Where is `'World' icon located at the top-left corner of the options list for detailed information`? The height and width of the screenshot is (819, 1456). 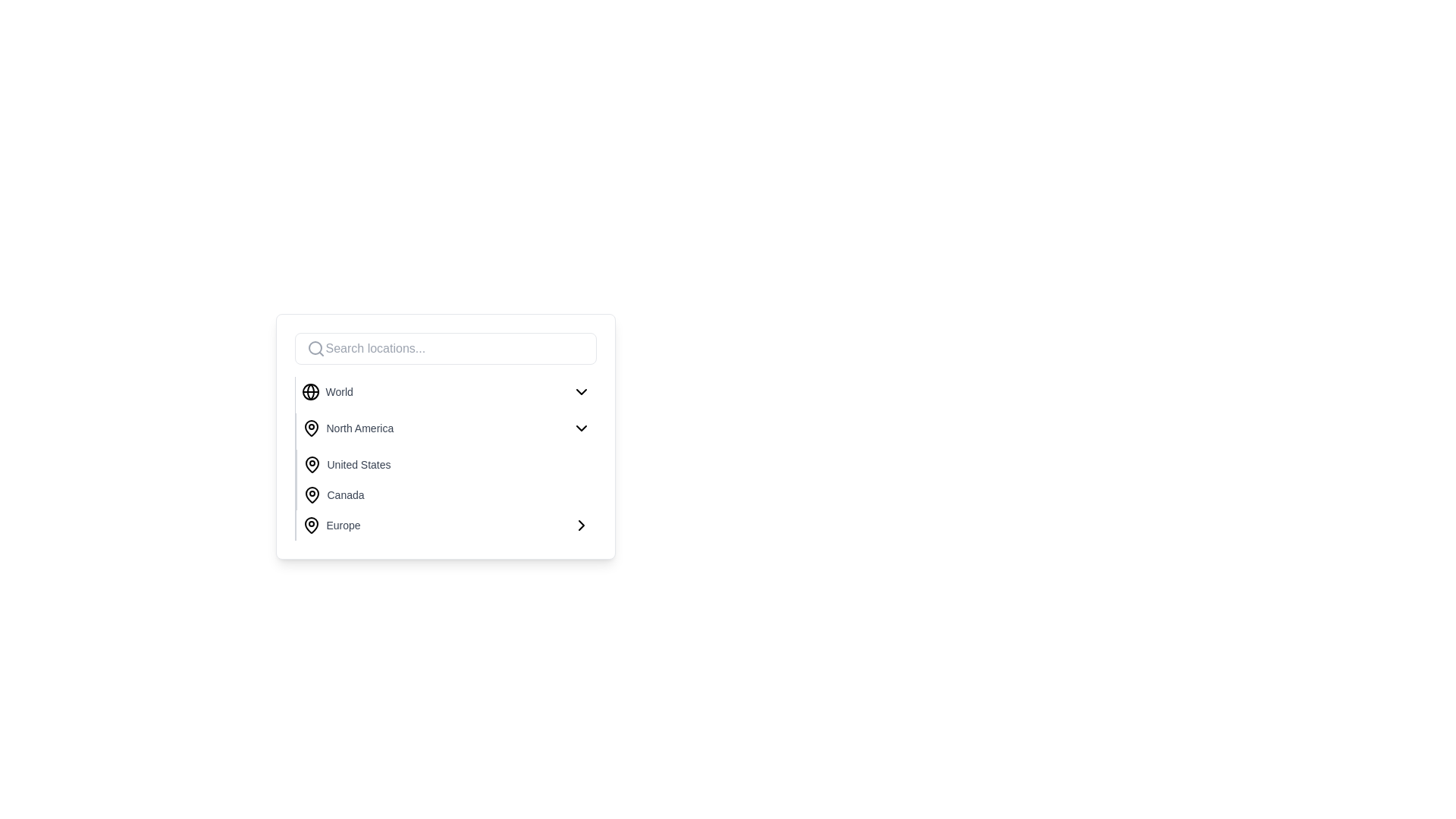 'World' icon located at the top-left corner of the options list for detailed information is located at coordinates (309, 391).